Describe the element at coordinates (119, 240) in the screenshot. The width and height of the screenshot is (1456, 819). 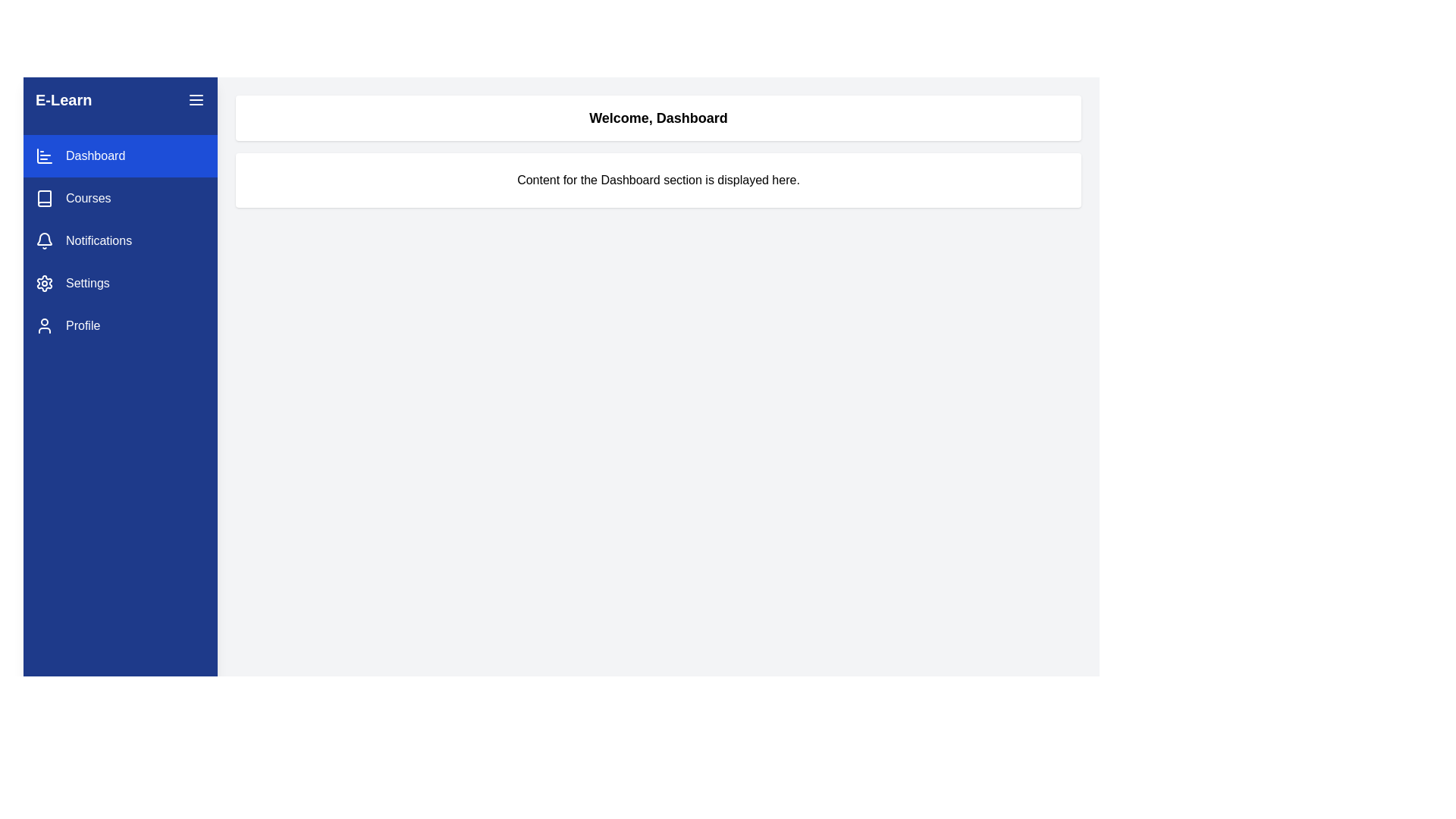
I see `the 'Notifications' menu item in the sidebar, which is the third item featuring a bell icon and white text on a blue background` at that location.